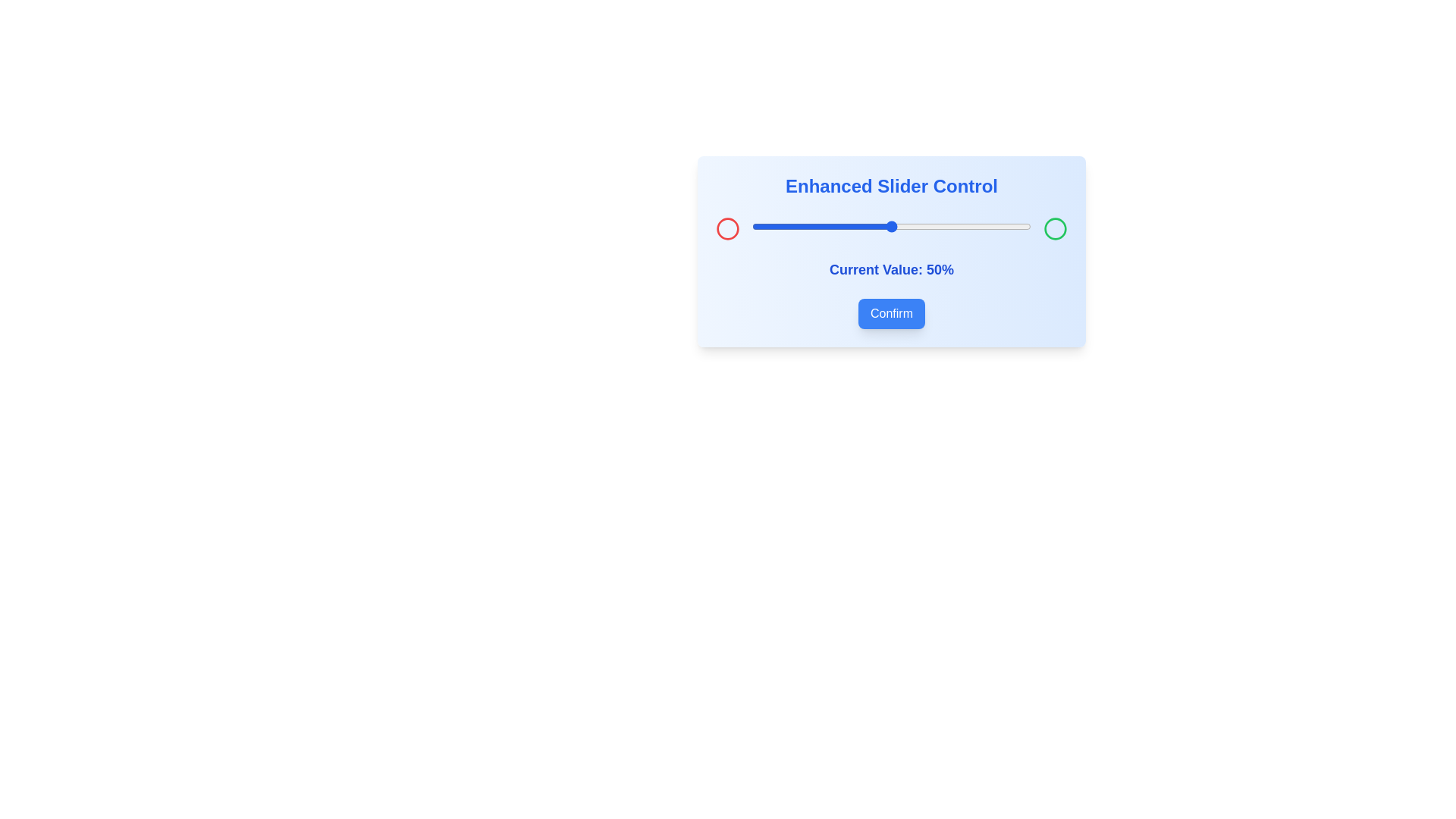 The image size is (1456, 819). What do you see at coordinates (849, 227) in the screenshot?
I see `the slider` at bounding box center [849, 227].